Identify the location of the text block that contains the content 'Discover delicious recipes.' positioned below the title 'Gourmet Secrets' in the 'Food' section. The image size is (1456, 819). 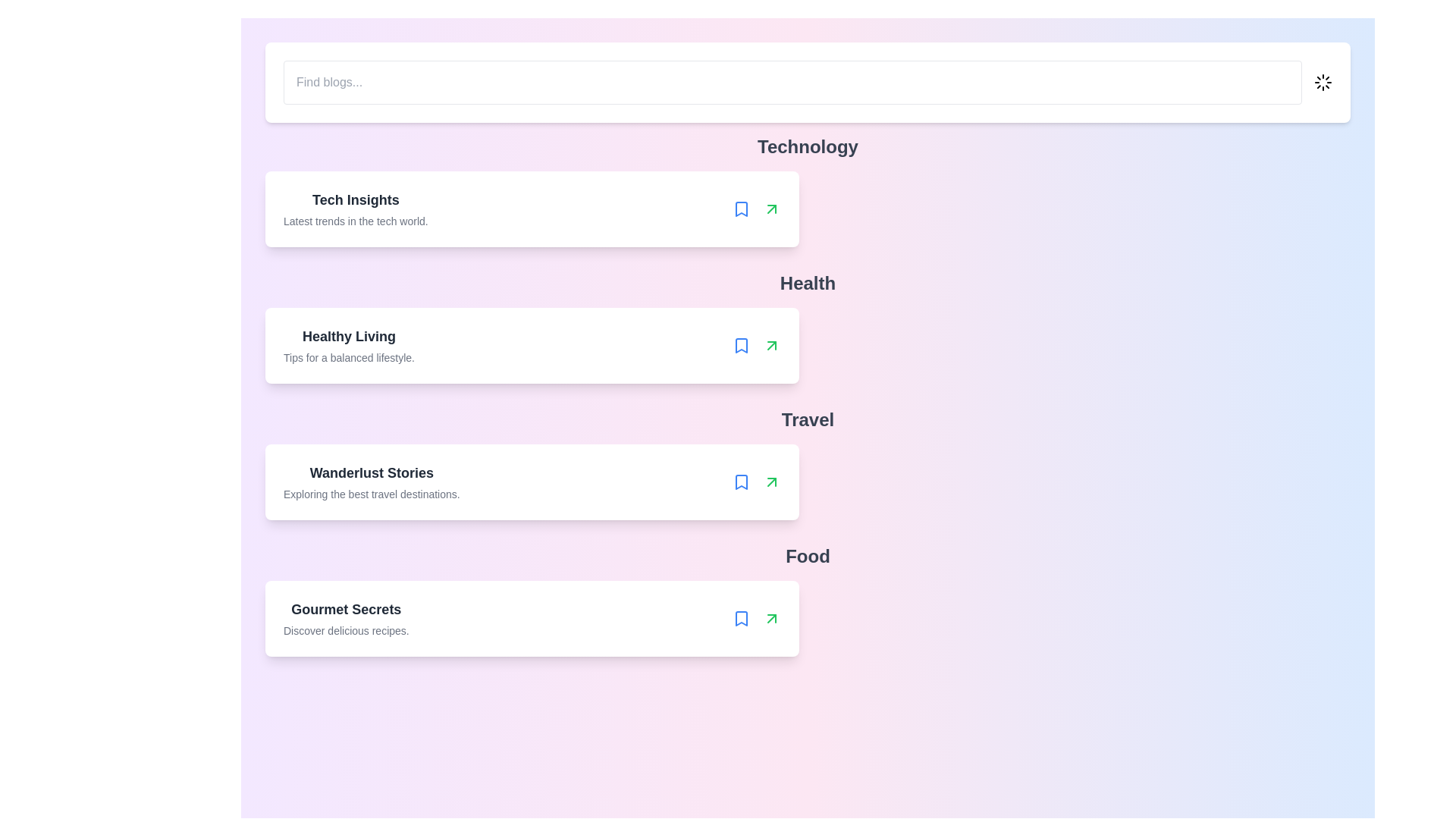
(345, 631).